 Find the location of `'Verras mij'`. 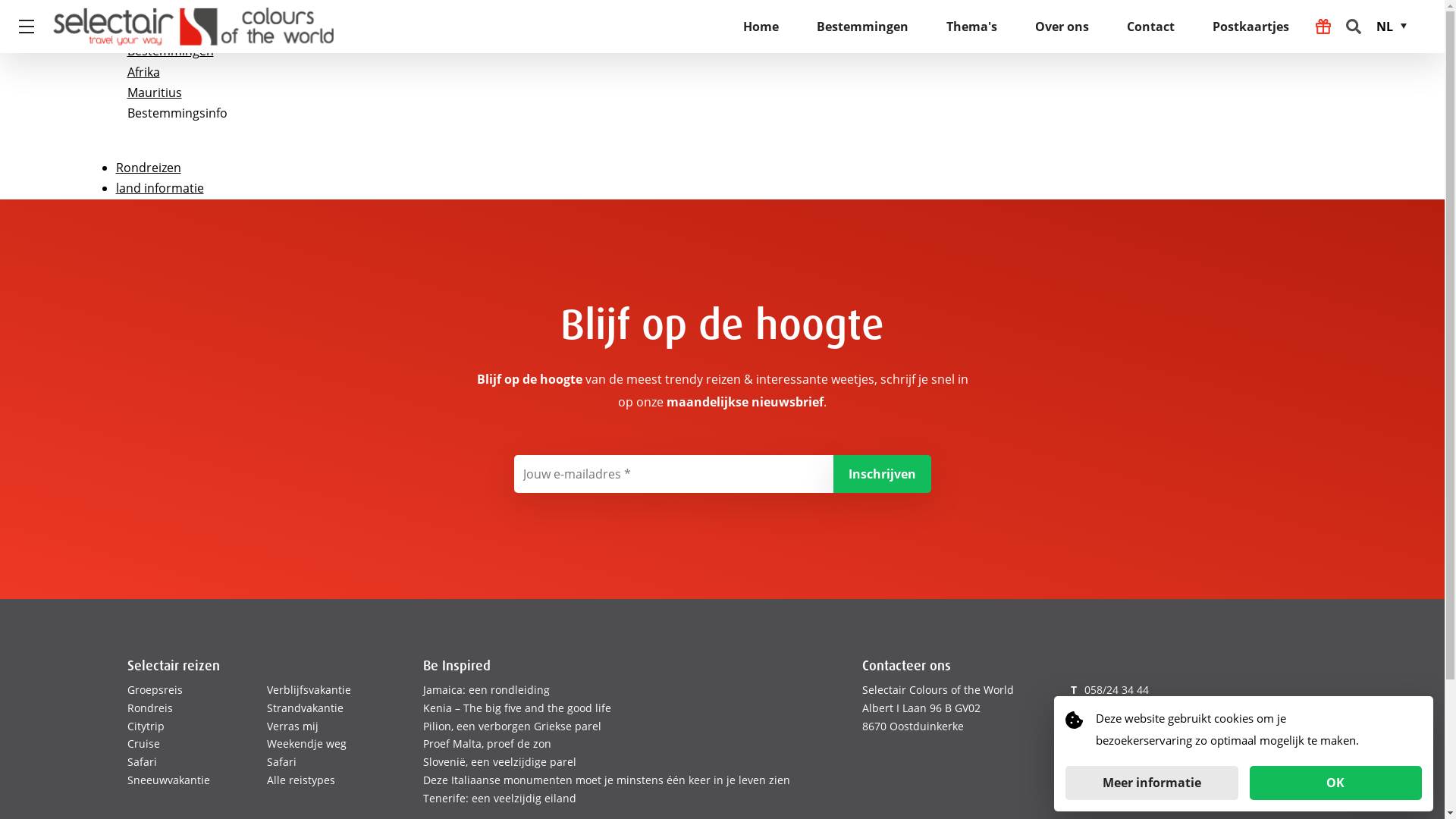

'Verras mij' is located at coordinates (292, 725).